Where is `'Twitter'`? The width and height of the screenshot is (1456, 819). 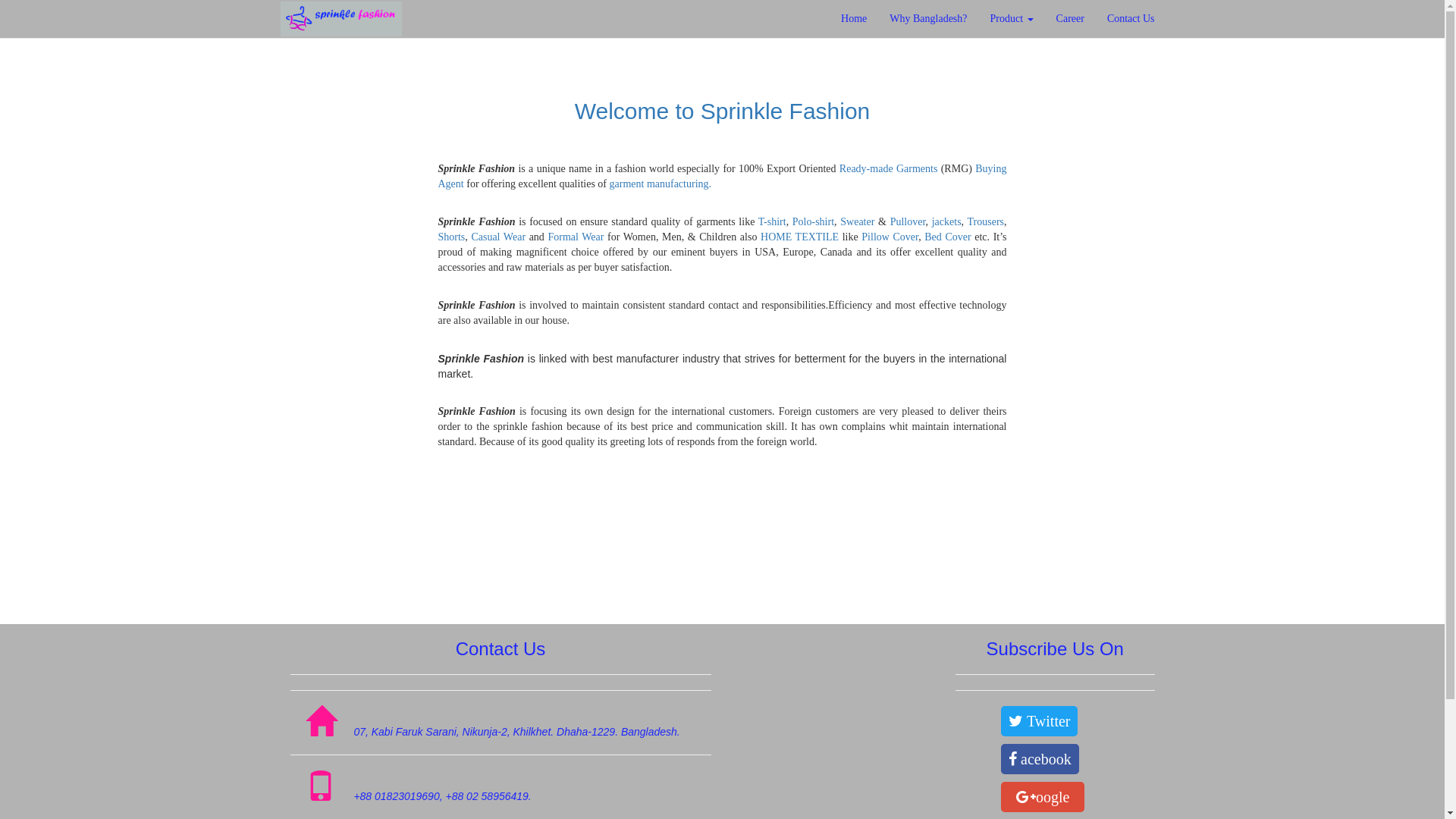 'Twitter' is located at coordinates (1038, 720).